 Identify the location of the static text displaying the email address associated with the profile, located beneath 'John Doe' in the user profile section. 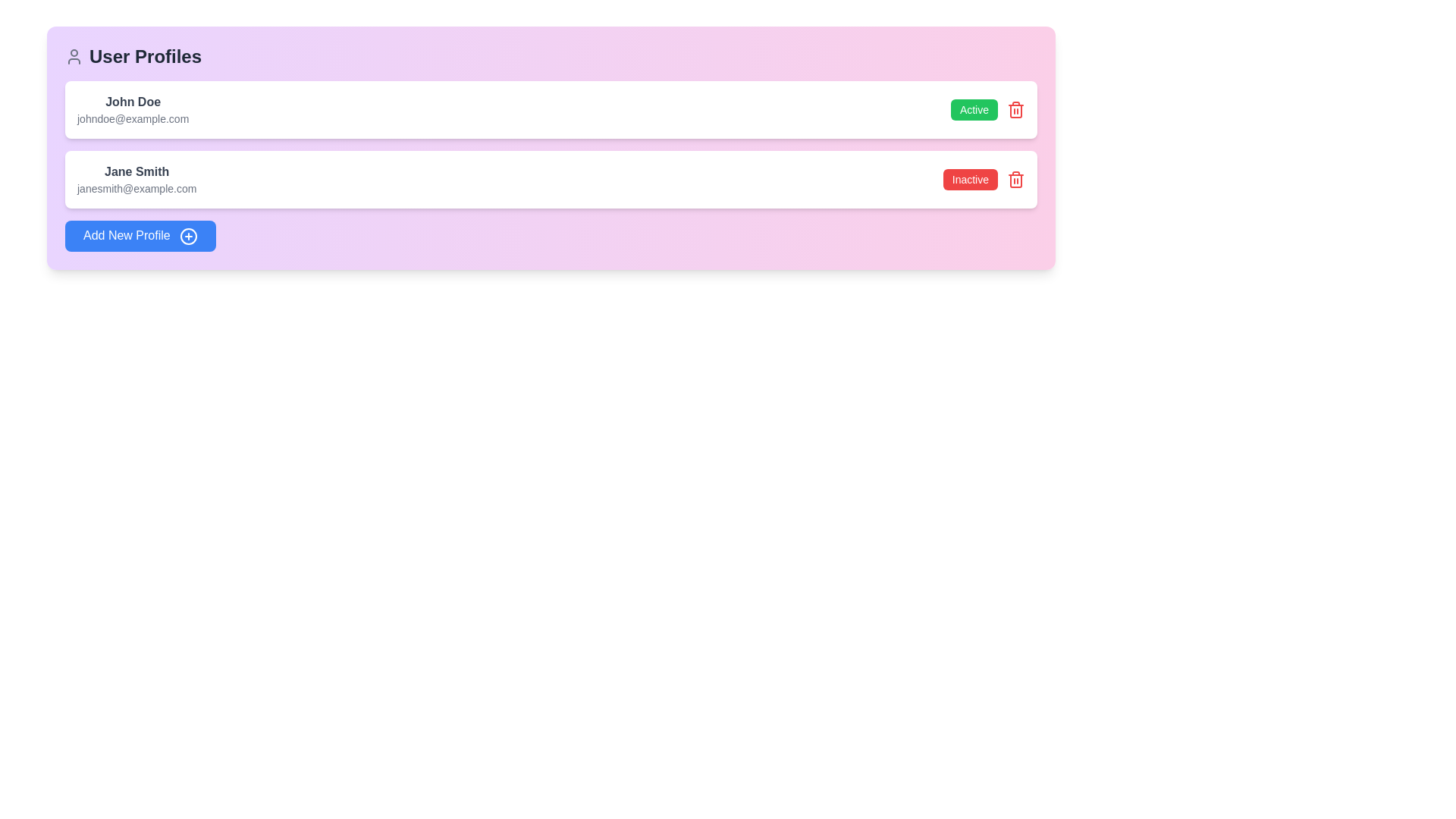
(133, 118).